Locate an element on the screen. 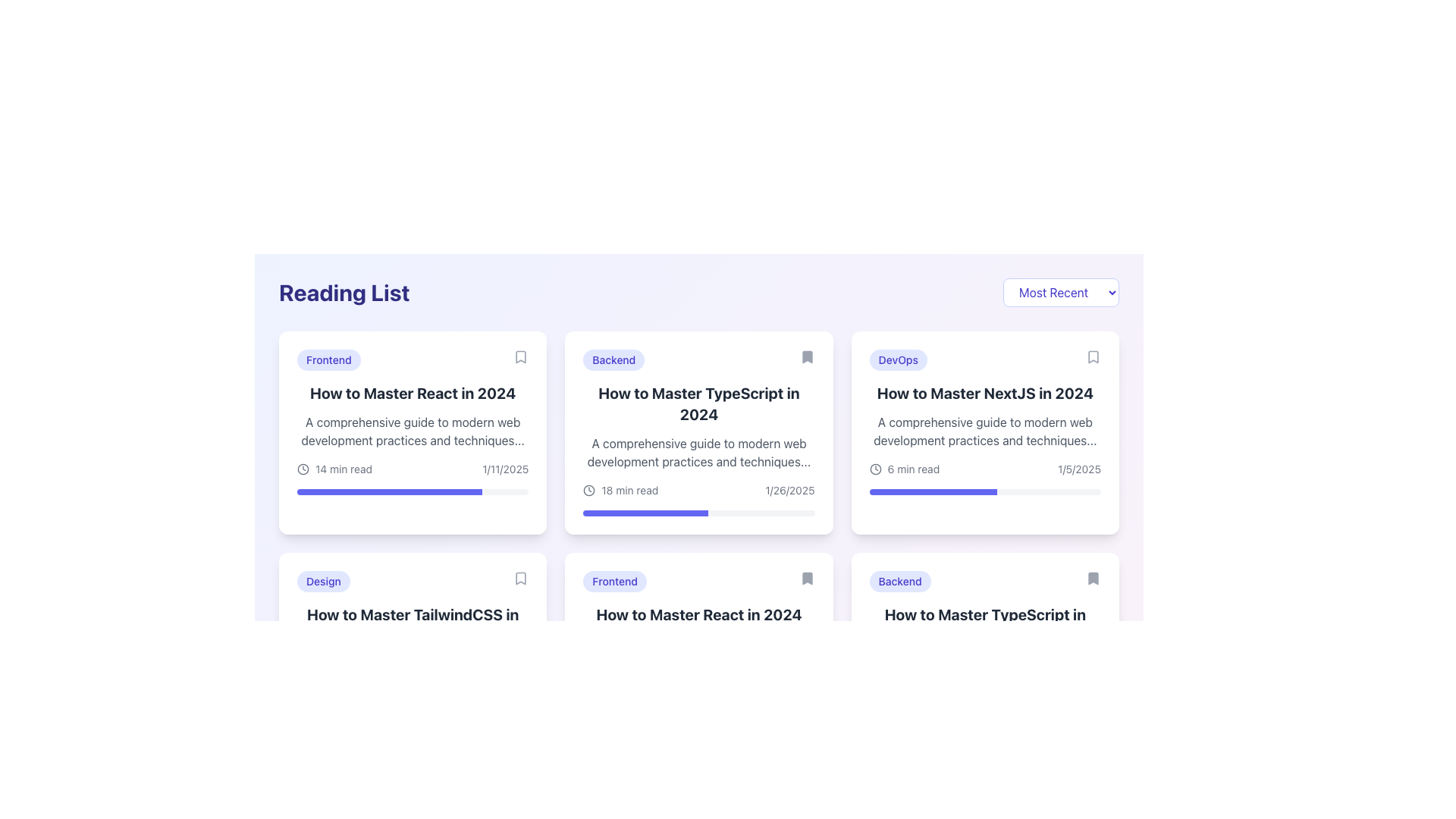 The width and height of the screenshot is (1456, 819). the graphical details of the SVG circle element representing a clock face, located to the right of the 'How to Master React in 2024' card in the 'Reading List' section is located at coordinates (588, 491).